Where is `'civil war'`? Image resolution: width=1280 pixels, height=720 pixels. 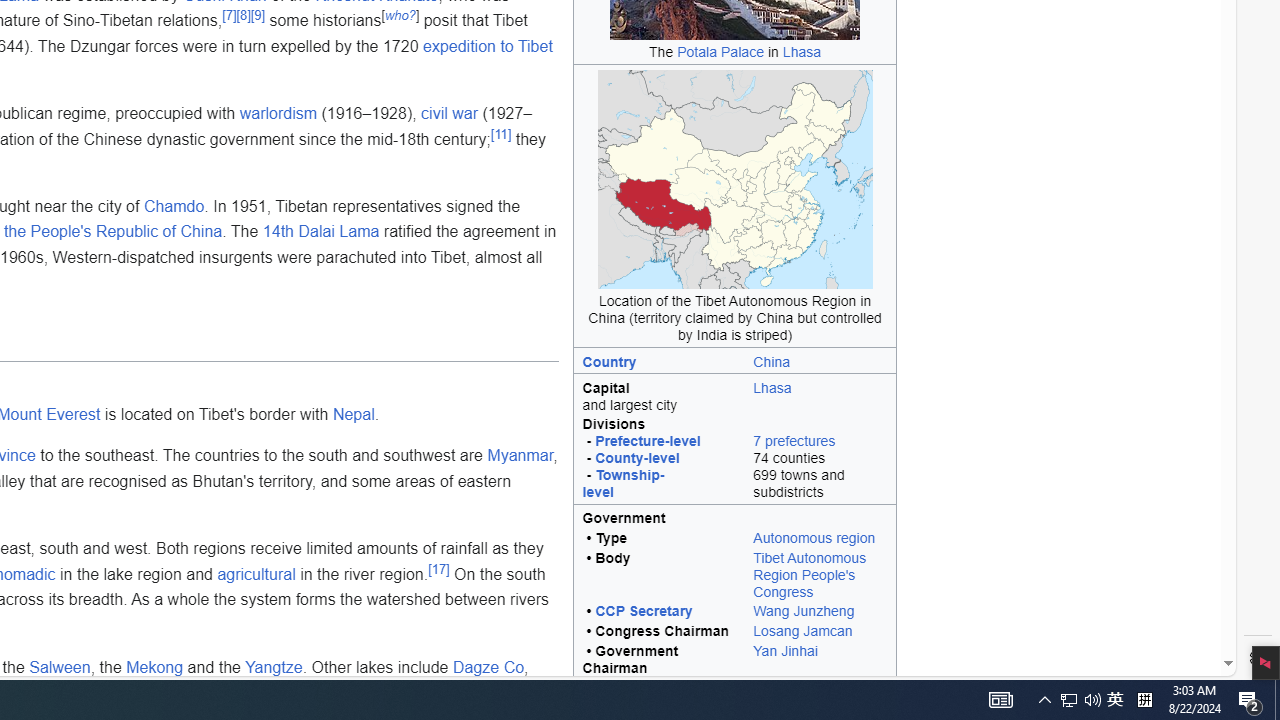 'civil war' is located at coordinates (448, 114).